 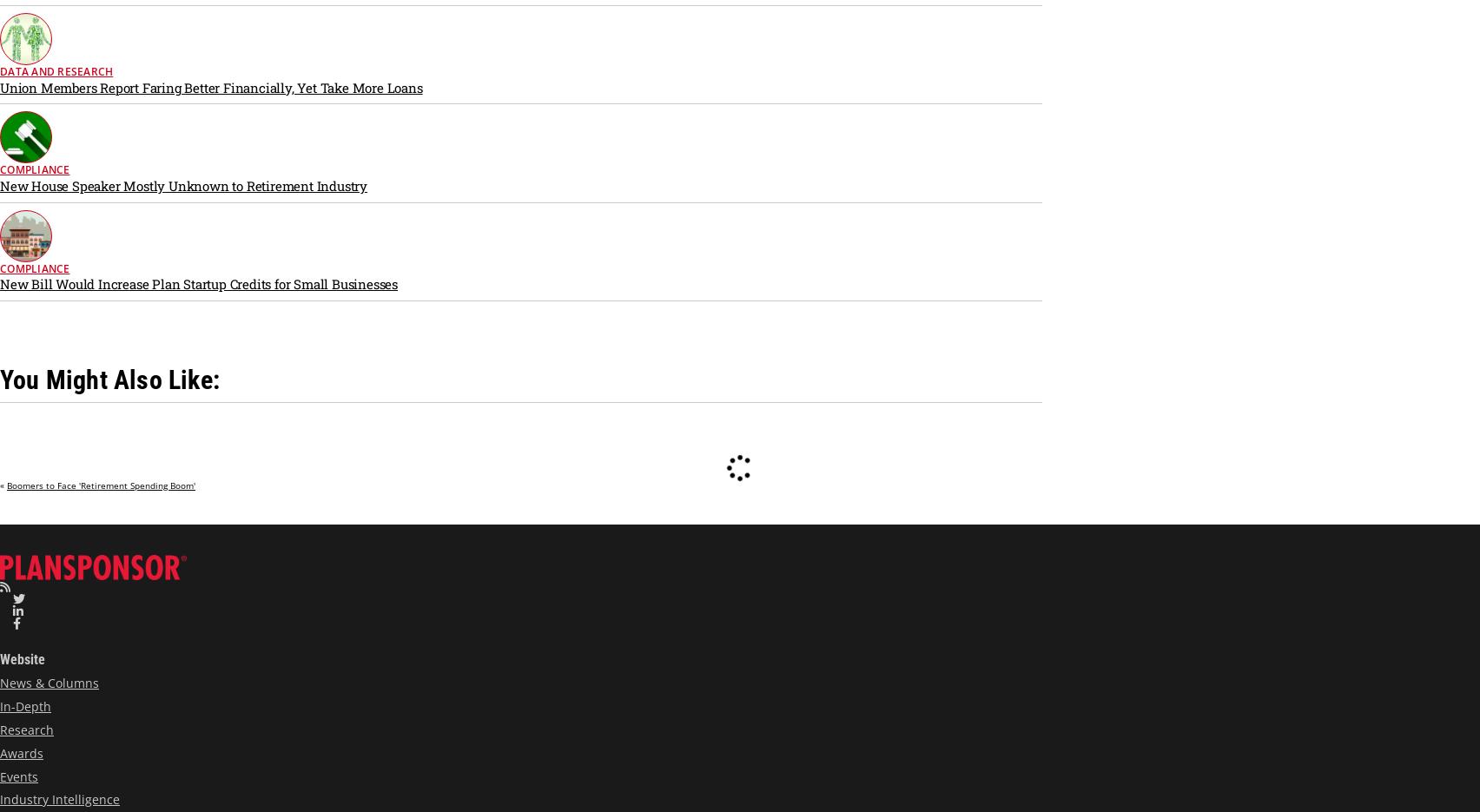 I want to click on 'New Bill Would Increase Plan Startup Credits for Small Businesses', so click(x=198, y=283).